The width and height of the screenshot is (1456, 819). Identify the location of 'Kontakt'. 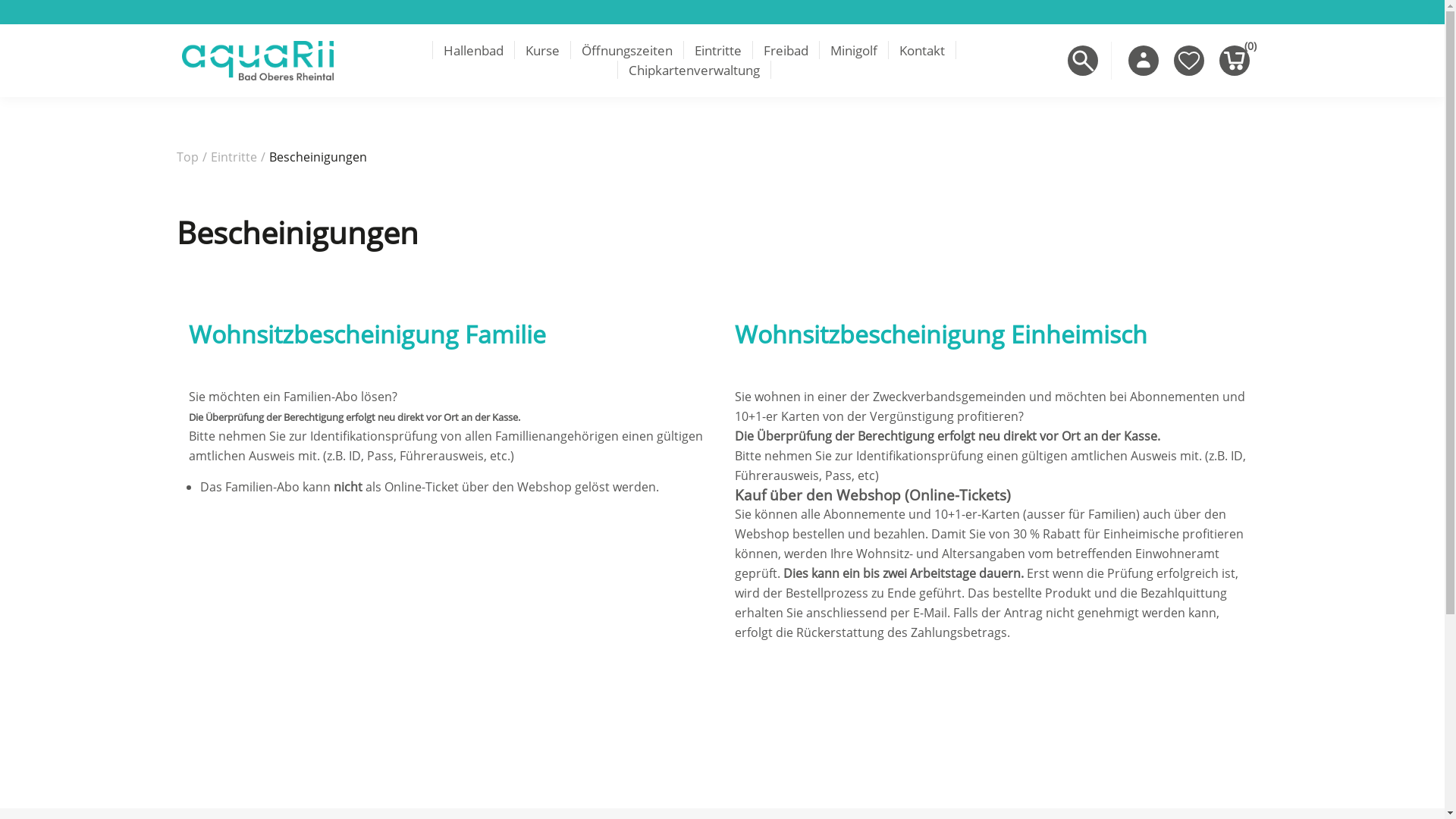
(920, 49).